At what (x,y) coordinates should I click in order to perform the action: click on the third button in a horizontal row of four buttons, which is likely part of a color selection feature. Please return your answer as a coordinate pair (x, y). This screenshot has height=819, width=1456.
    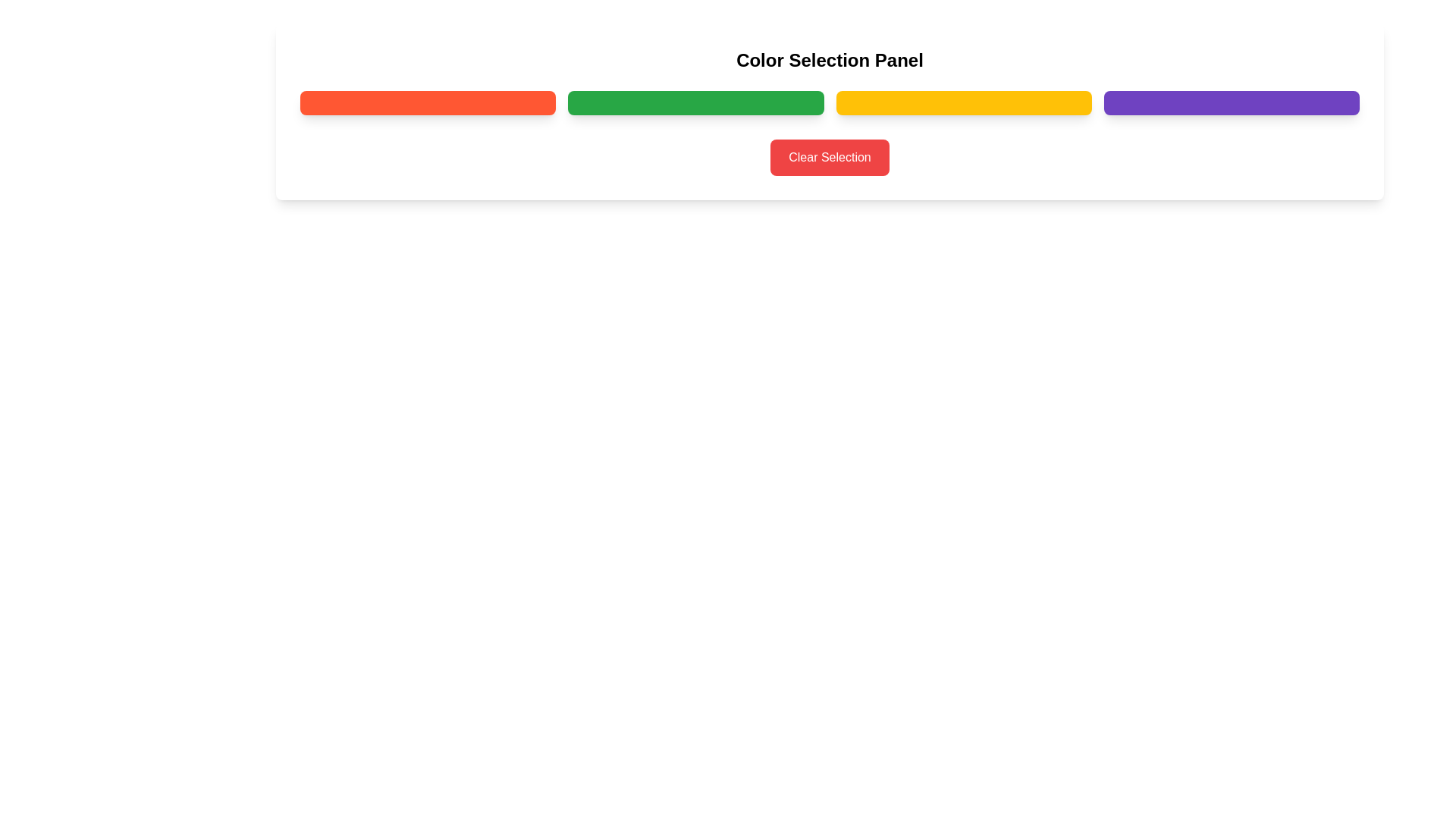
    Looking at the image, I should click on (963, 102).